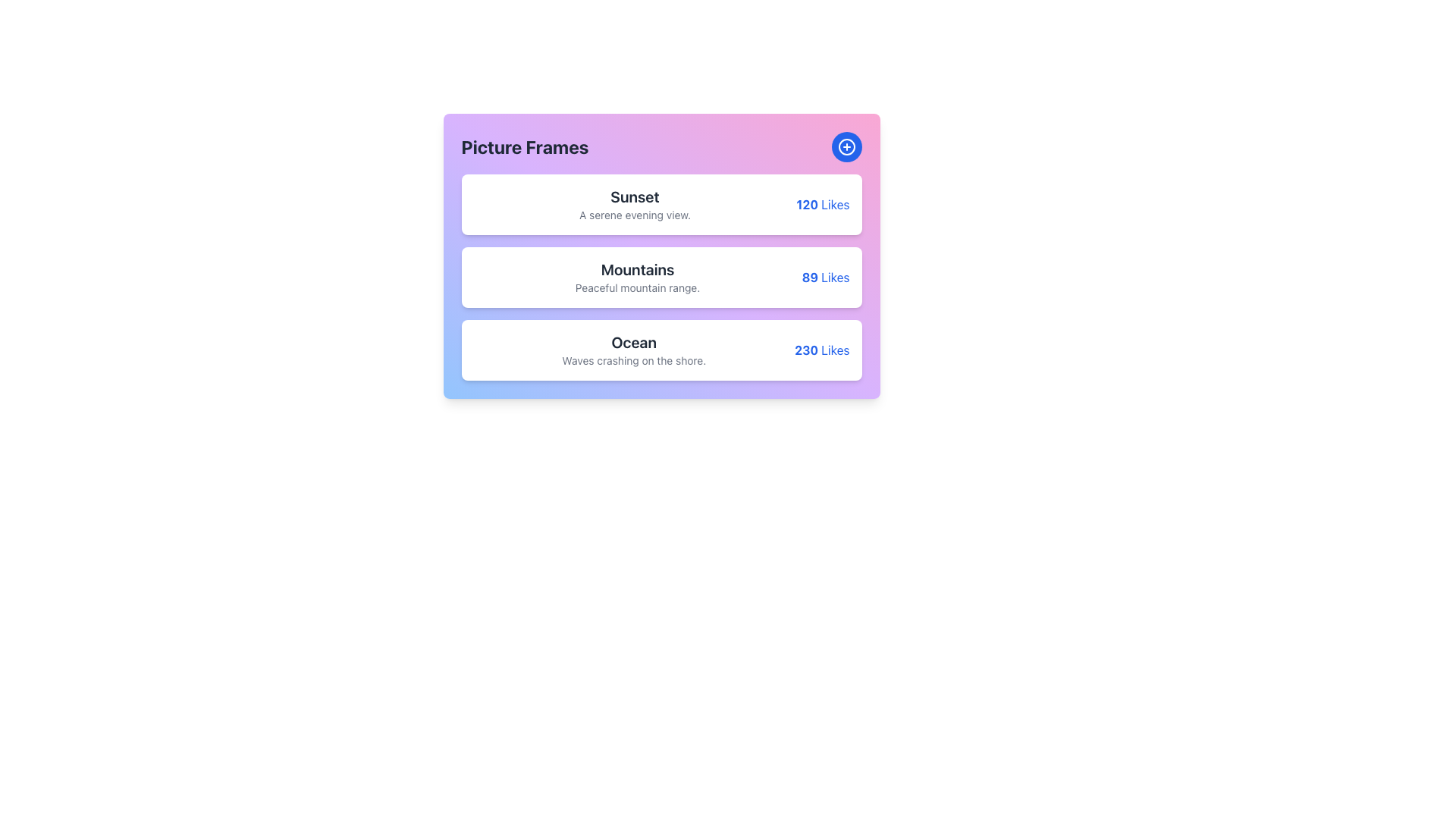 This screenshot has height=819, width=1456. What do you see at coordinates (525, 146) in the screenshot?
I see `text of the label displaying 'Picture Frames' in bold font located at the top-left of the card layout` at bounding box center [525, 146].